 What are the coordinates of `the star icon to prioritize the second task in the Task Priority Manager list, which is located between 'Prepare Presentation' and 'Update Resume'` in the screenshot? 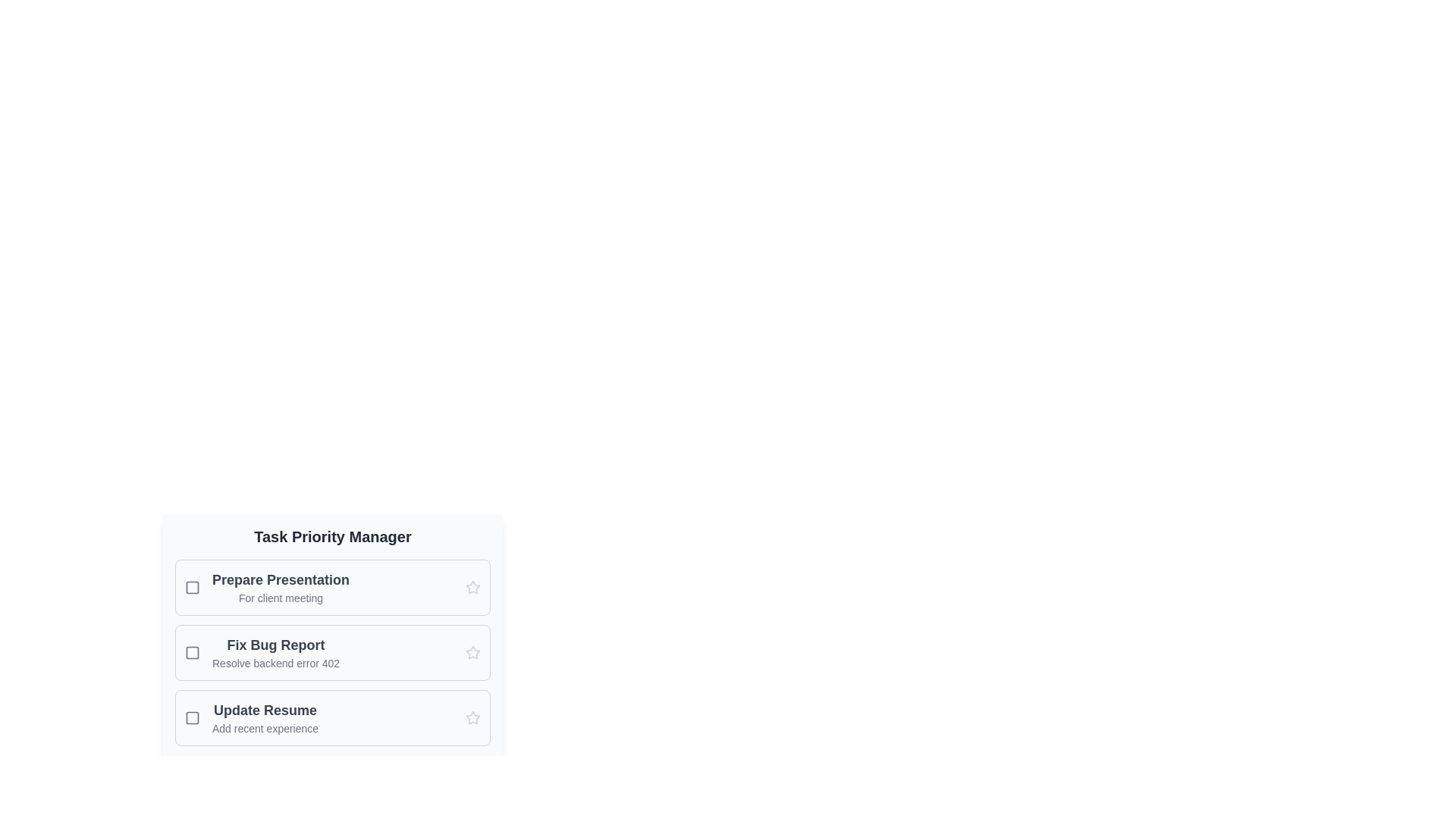 It's located at (331, 651).